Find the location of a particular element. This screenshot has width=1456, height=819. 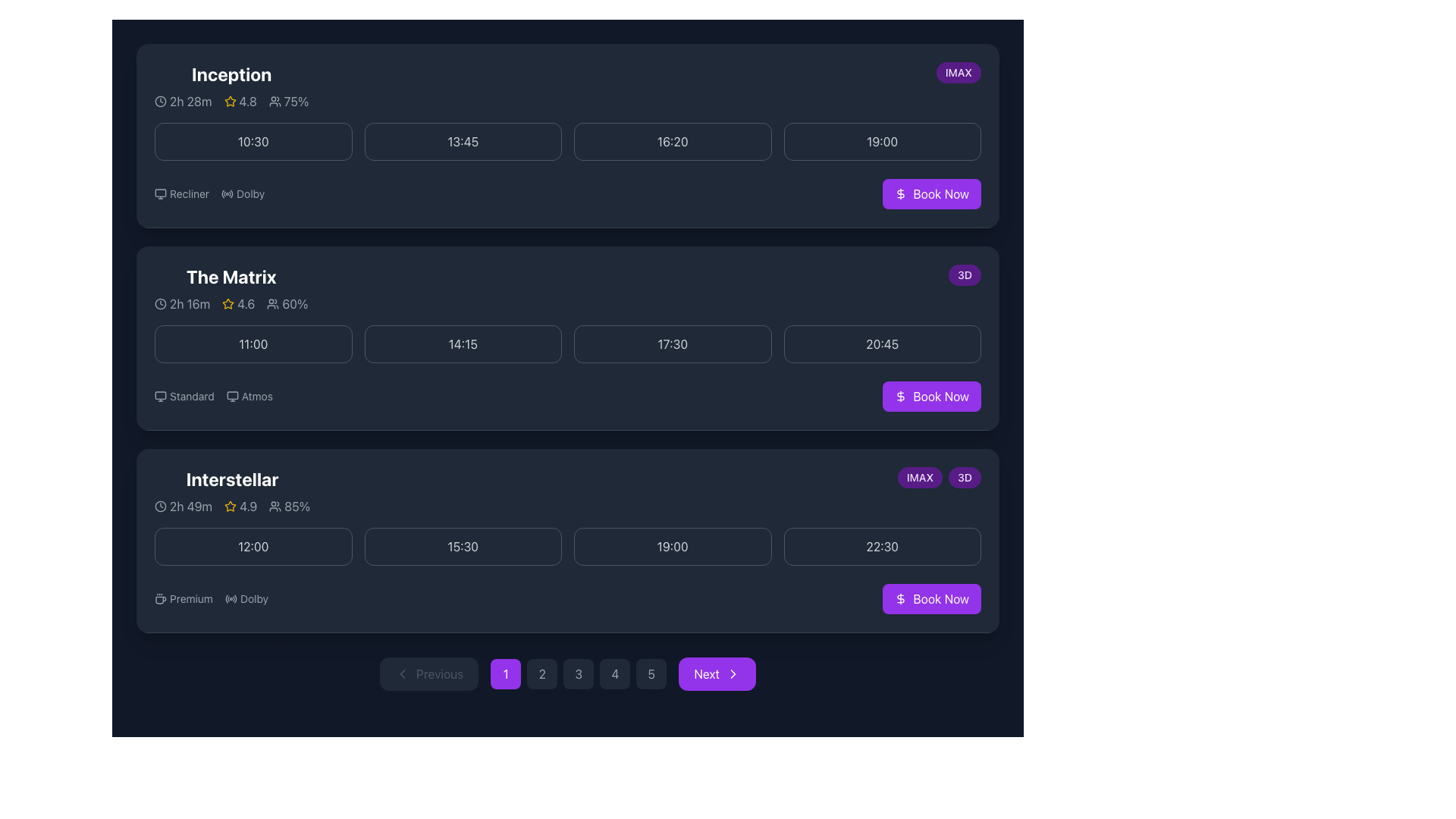

the individual button representing a movie showtime in the grid located under the 'Interstellar' section is located at coordinates (566, 547).